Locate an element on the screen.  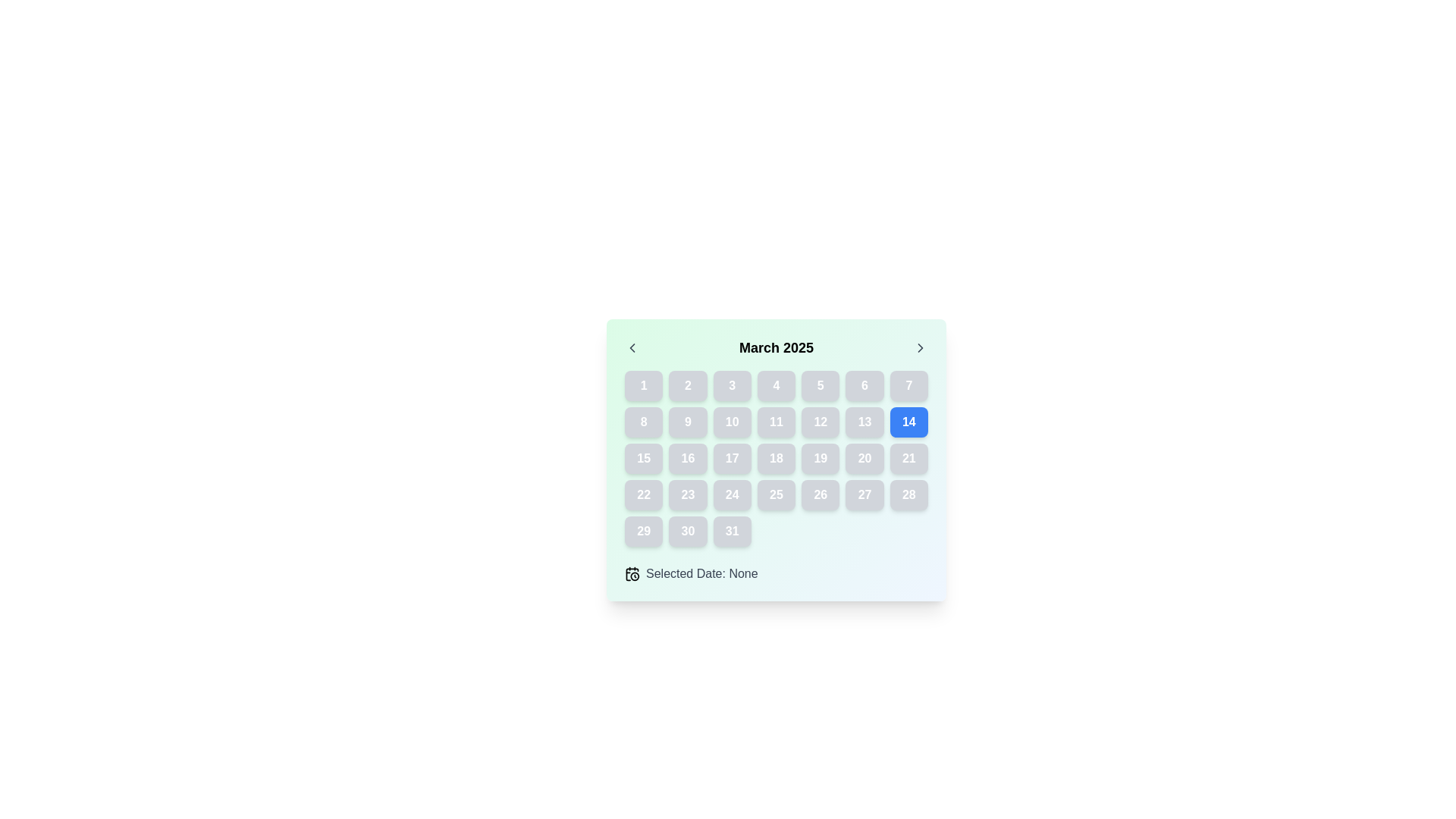
the date selection button located in the fourth row and sixth column under the heading 'March 2025', which highlights the button for selection is located at coordinates (864, 458).